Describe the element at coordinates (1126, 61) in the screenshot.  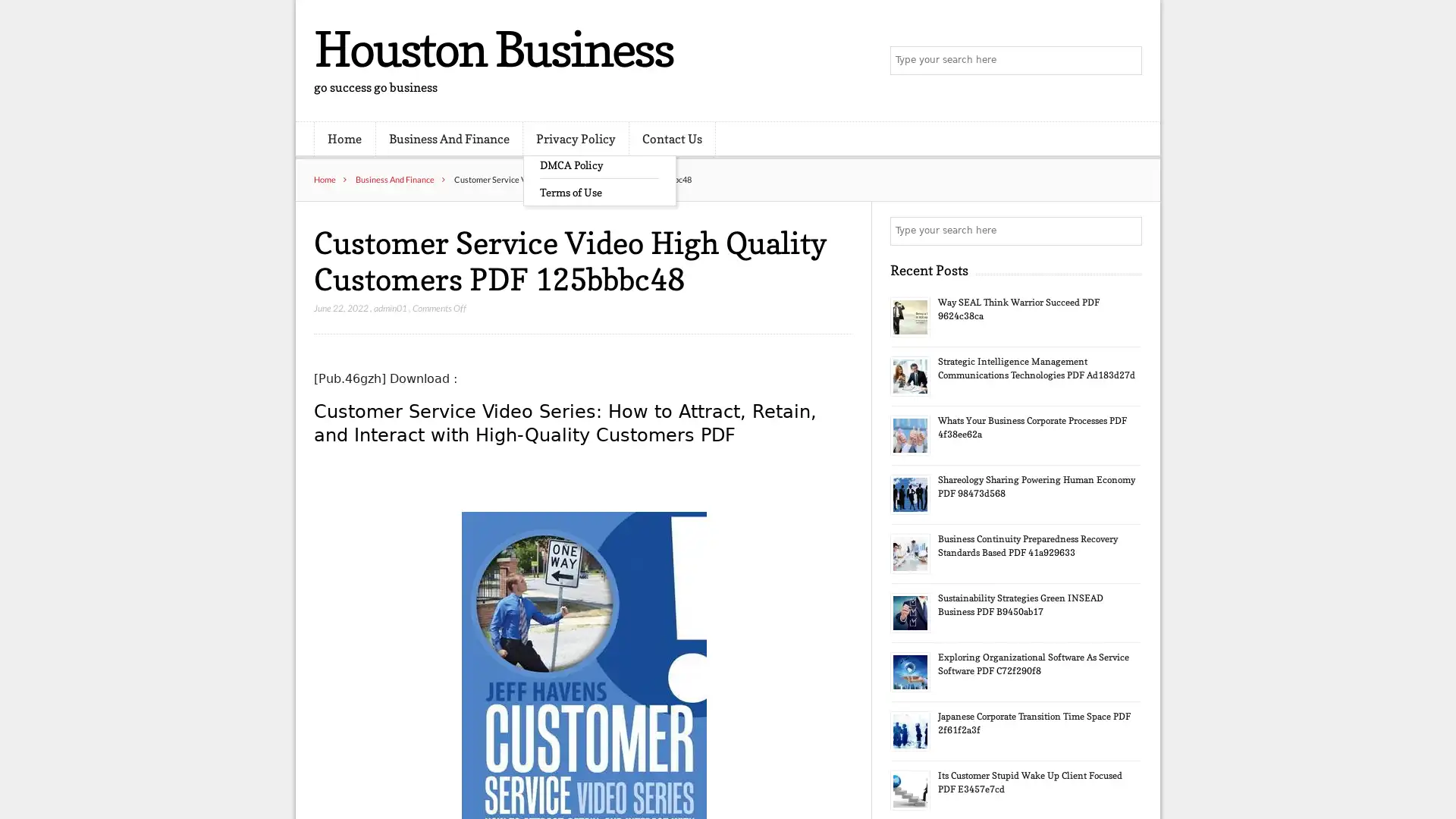
I see `Search` at that location.